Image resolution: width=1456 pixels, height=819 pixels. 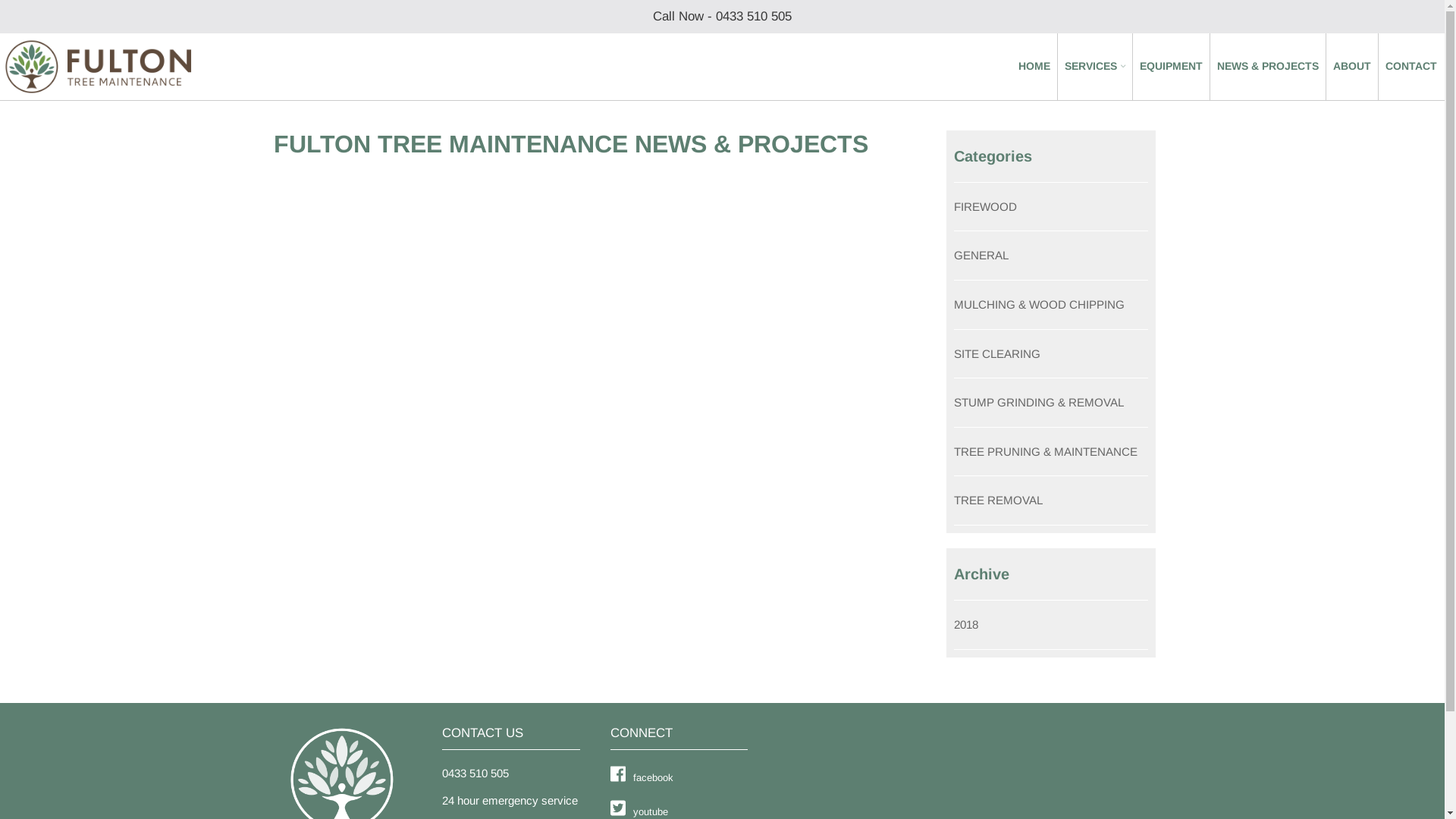 What do you see at coordinates (965, 624) in the screenshot?
I see `'2018'` at bounding box center [965, 624].